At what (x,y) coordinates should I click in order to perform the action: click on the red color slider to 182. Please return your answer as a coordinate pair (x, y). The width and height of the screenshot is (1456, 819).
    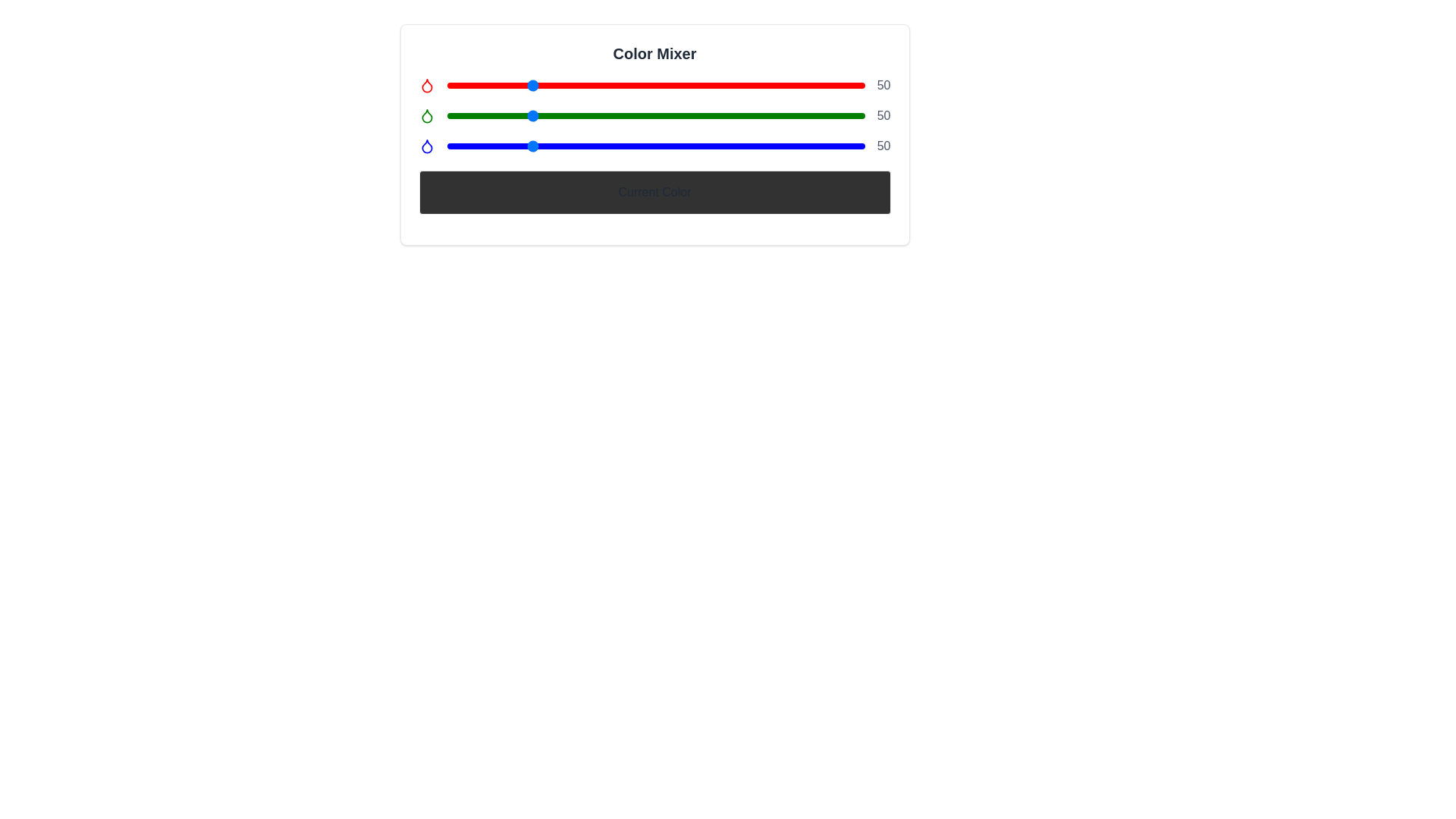
    Looking at the image, I should click on (745, 85).